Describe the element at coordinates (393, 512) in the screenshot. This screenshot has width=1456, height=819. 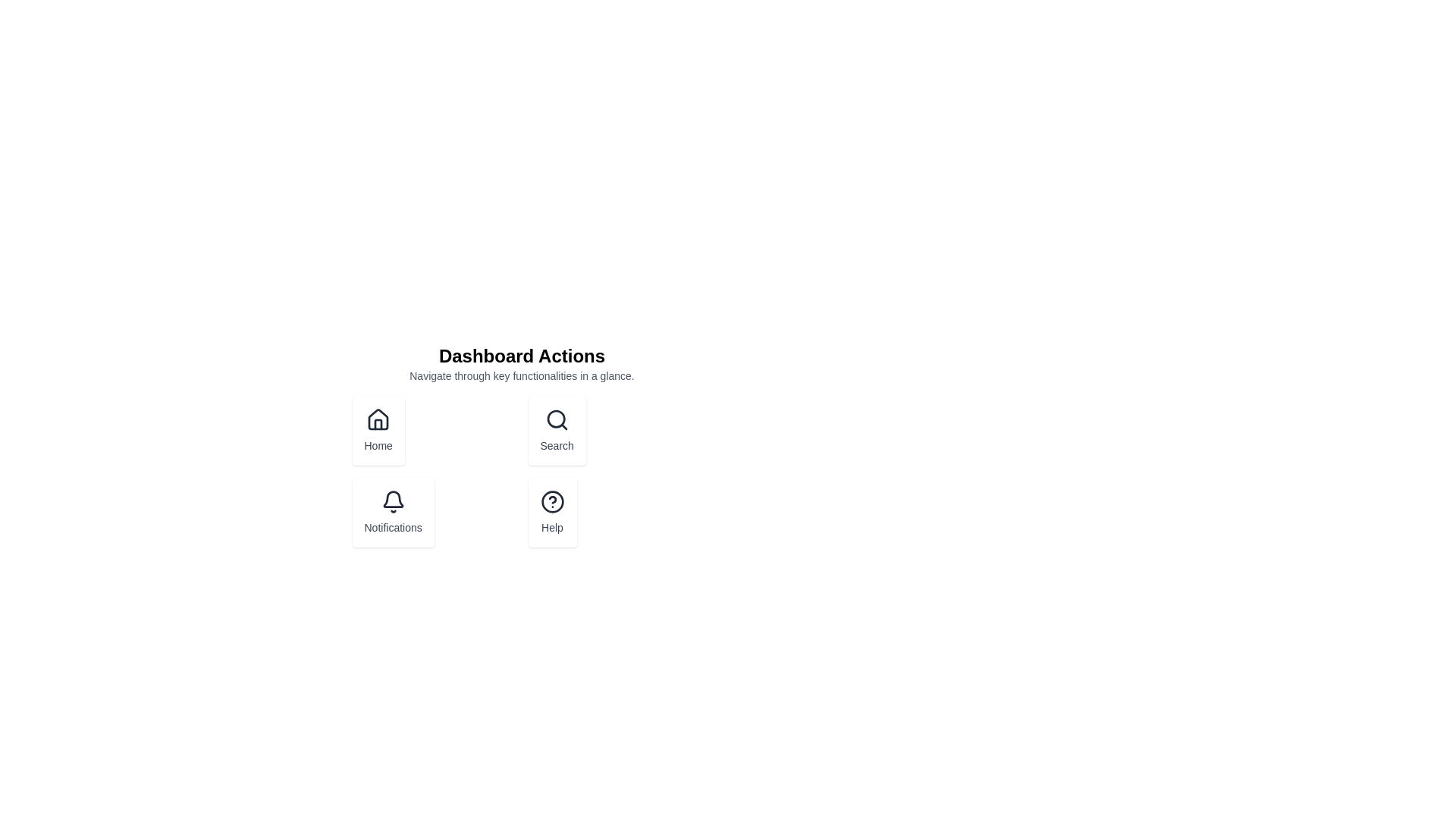
I see `the notifications button` at that location.